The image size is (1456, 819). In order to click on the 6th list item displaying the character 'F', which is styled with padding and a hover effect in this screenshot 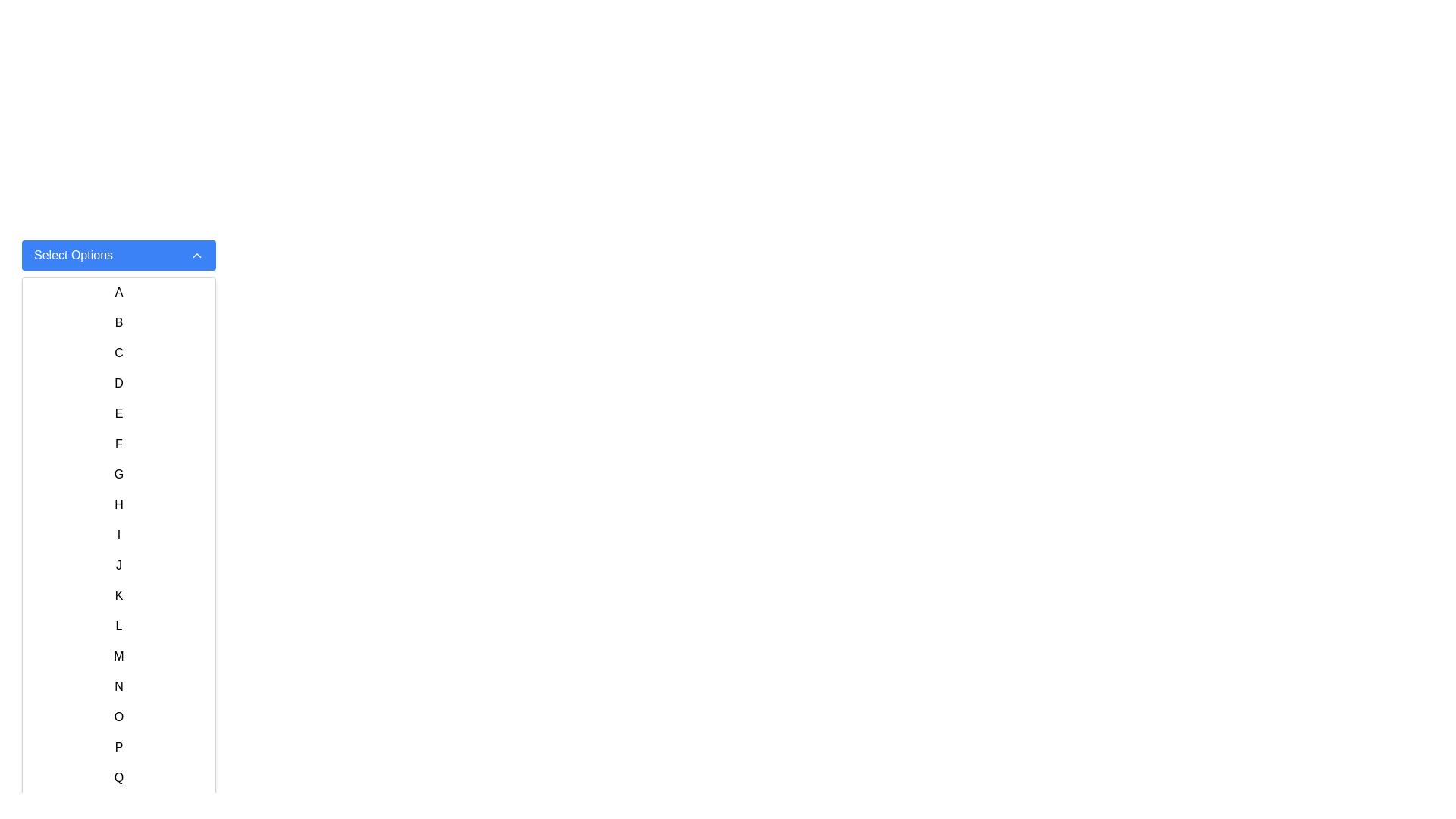, I will do `click(118, 444)`.